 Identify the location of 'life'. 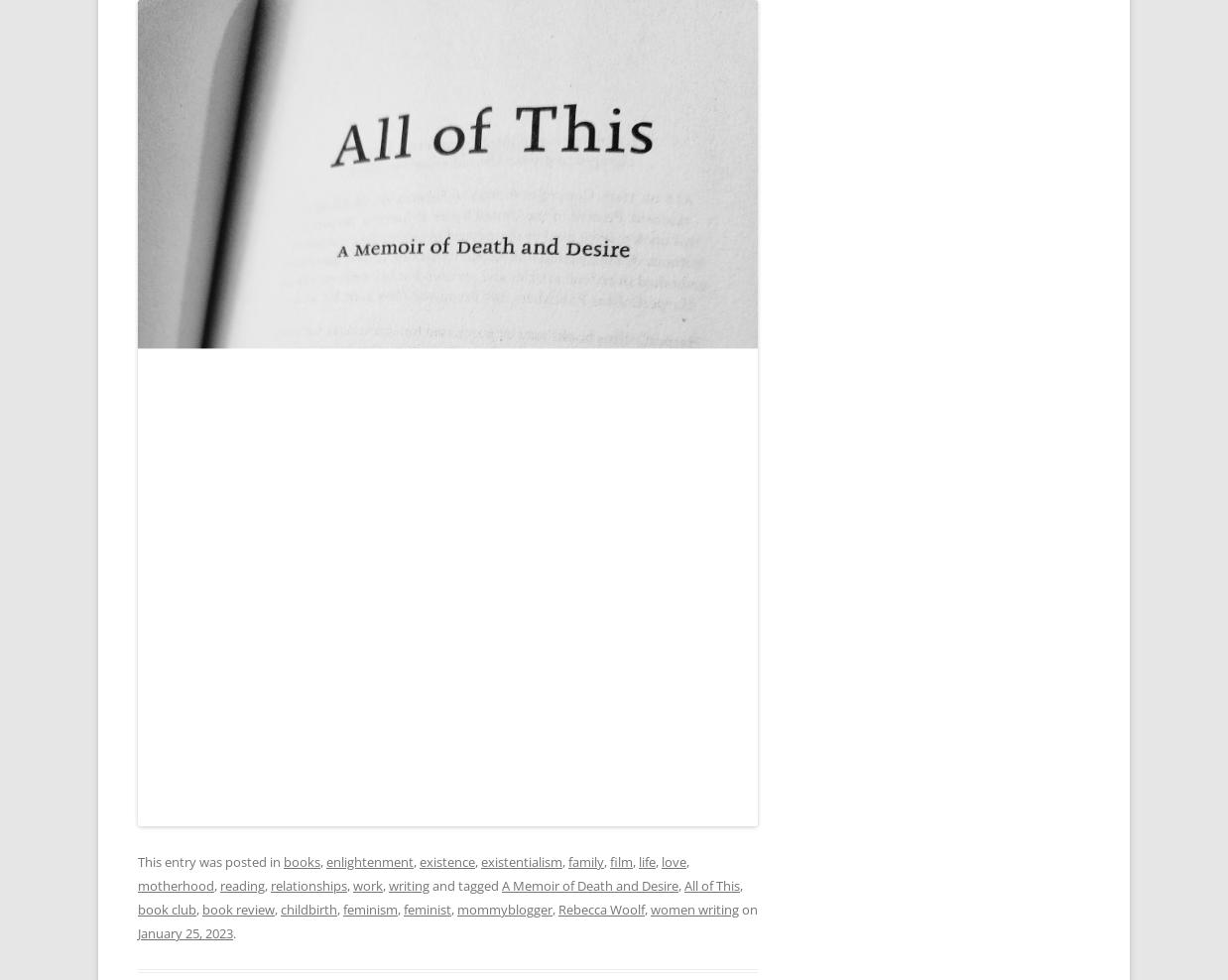
(638, 861).